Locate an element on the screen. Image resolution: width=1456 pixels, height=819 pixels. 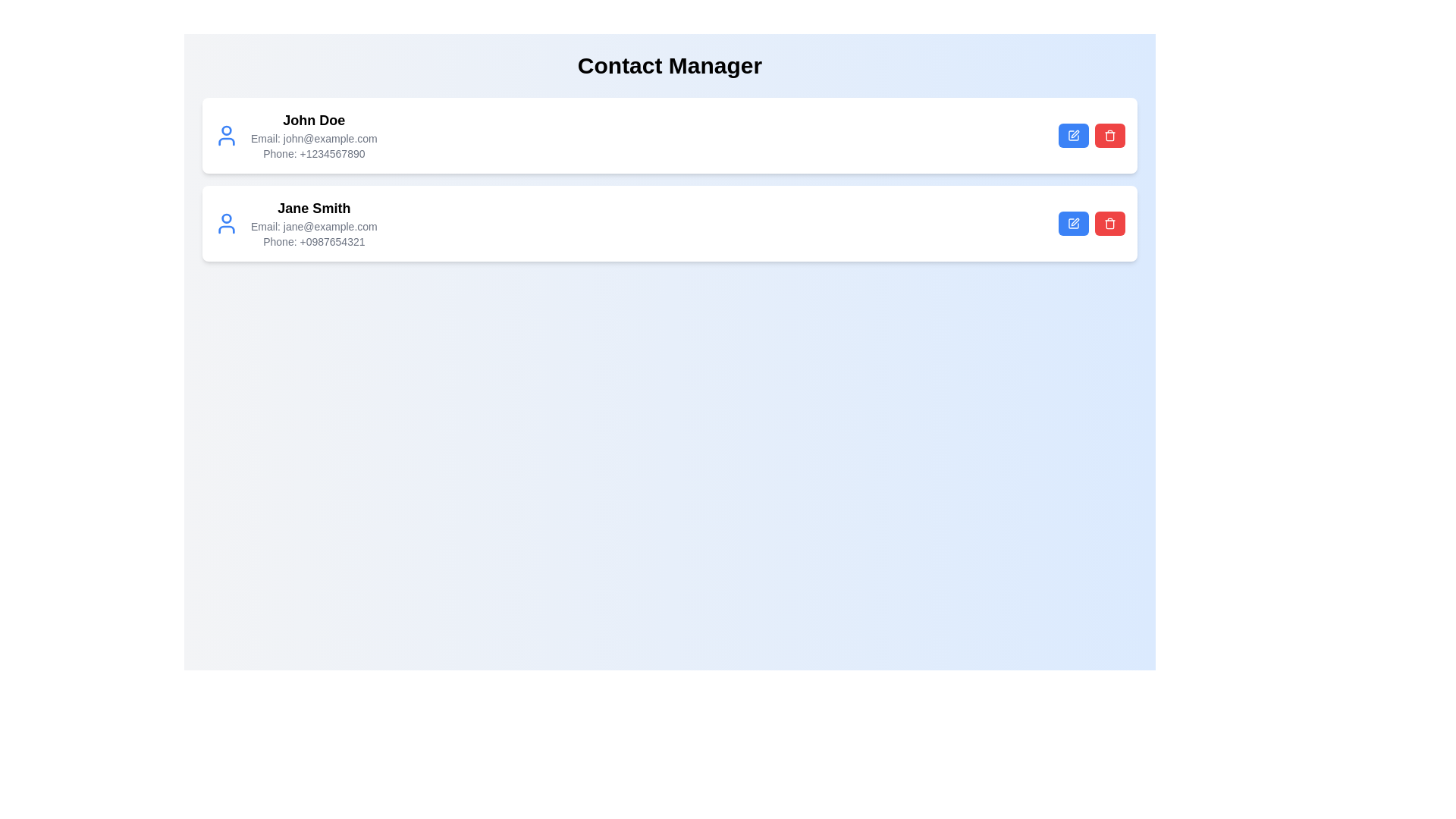
the informational card displaying the user's contact information is located at coordinates (296, 134).